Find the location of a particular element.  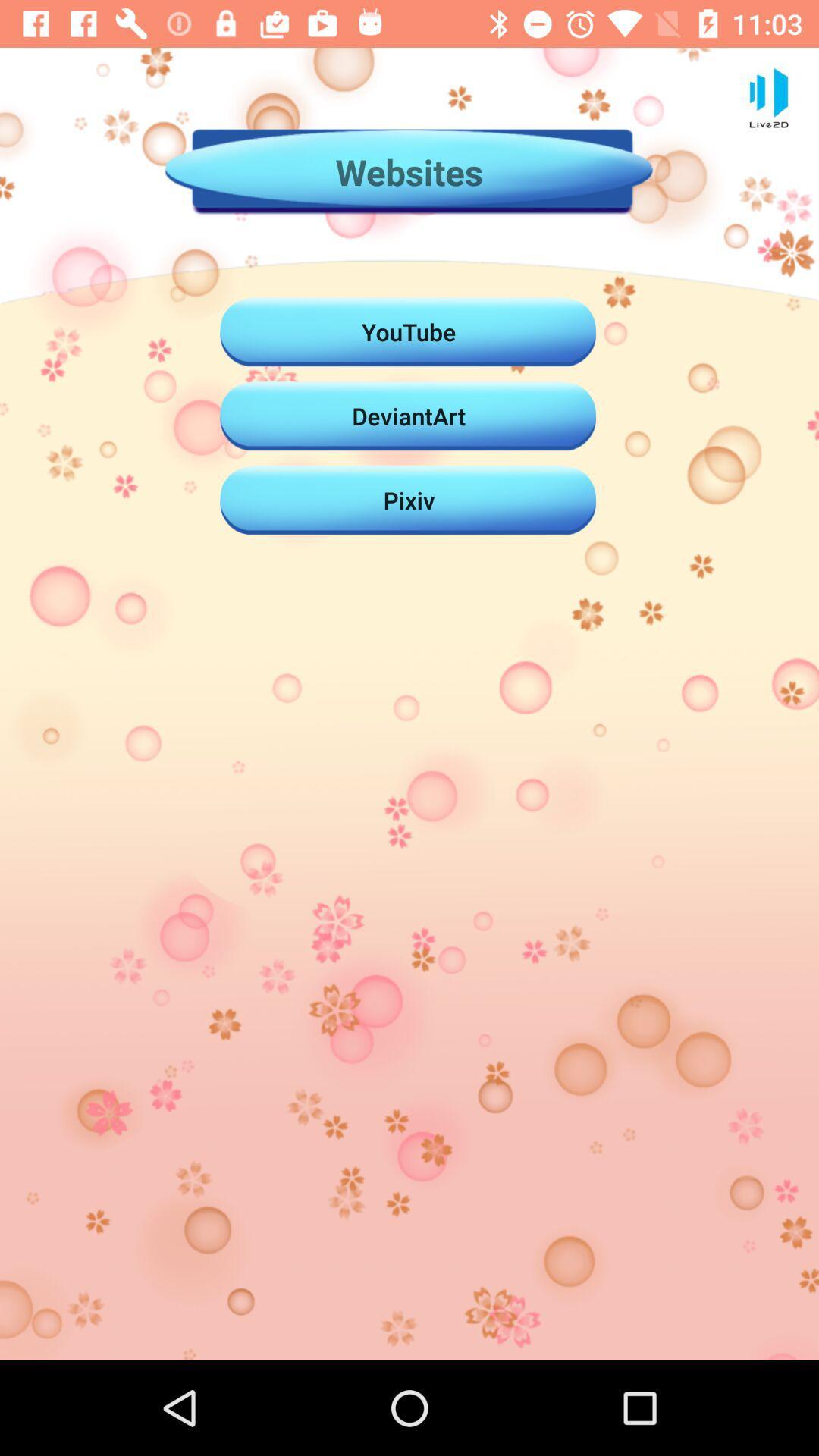

the icon above the pixiv is located at coordinates (408, 416).